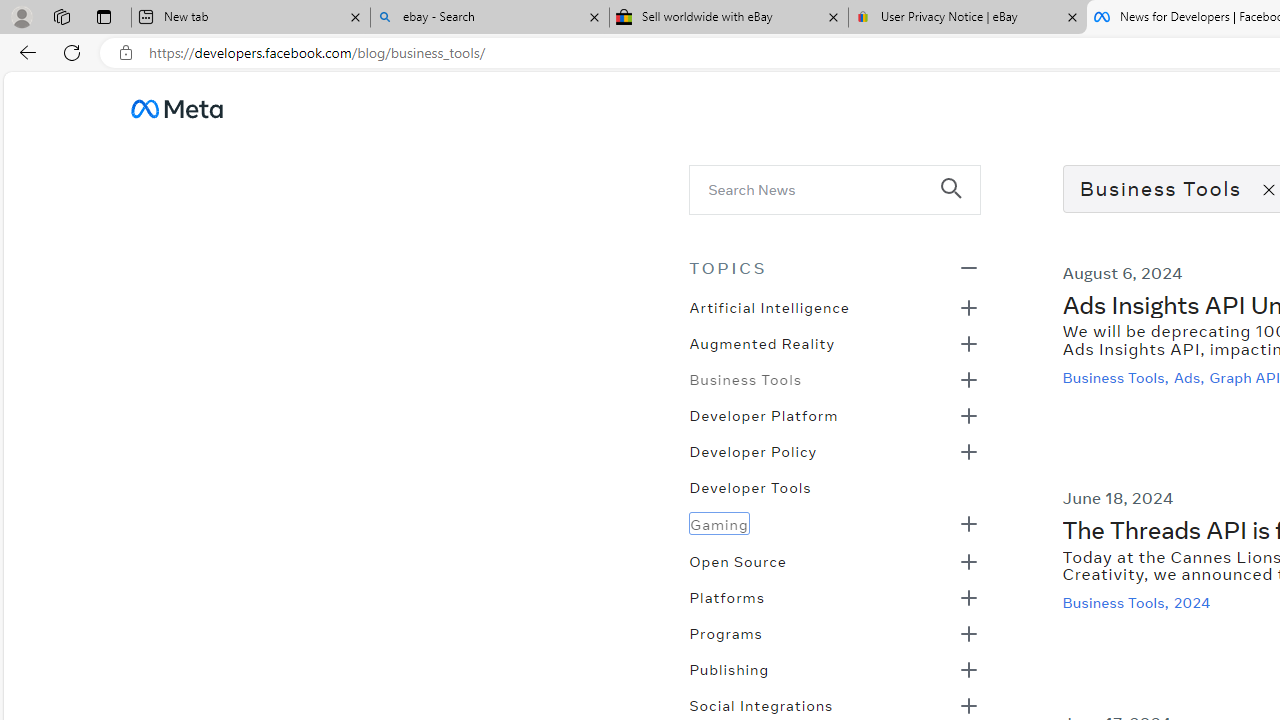 Image resolution: width=1280 pixels, height=720 pixels. Describe the element at coordinates (724, 631) in the screenshot. I see `'Programs'` at that location.